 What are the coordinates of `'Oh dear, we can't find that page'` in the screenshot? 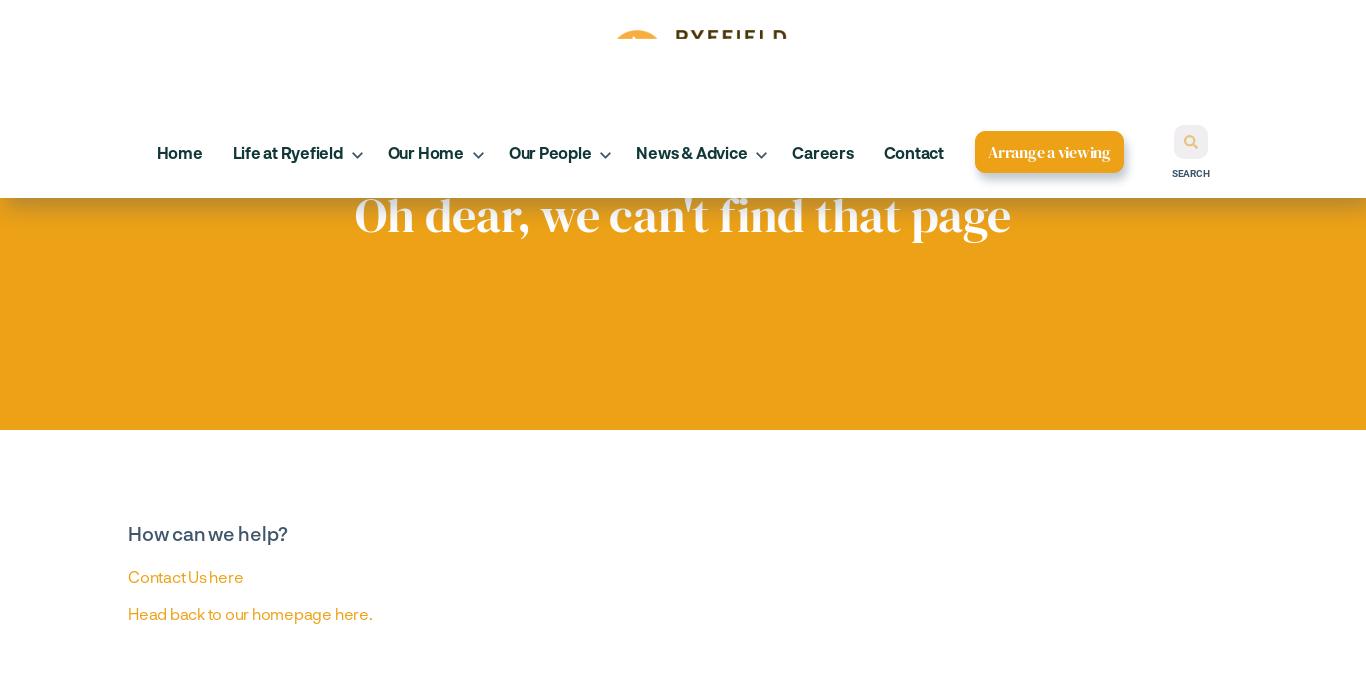 It's located at (681, 213).